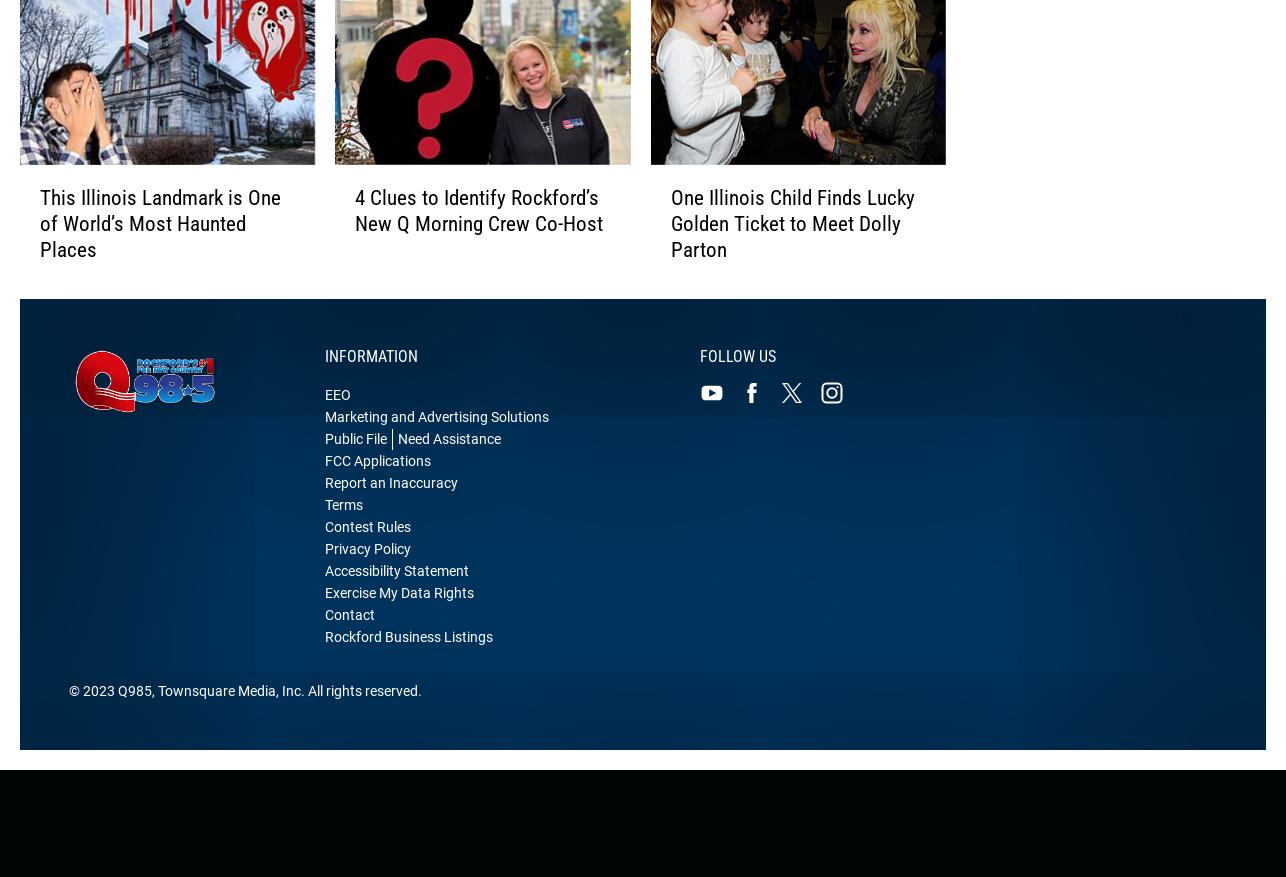  Describe the element at coordinates (792, 245) in the screenshot. I see `'One Illinois Child Finds Lucky Golden Ticket to Meet Dolly Parton'` at that location.